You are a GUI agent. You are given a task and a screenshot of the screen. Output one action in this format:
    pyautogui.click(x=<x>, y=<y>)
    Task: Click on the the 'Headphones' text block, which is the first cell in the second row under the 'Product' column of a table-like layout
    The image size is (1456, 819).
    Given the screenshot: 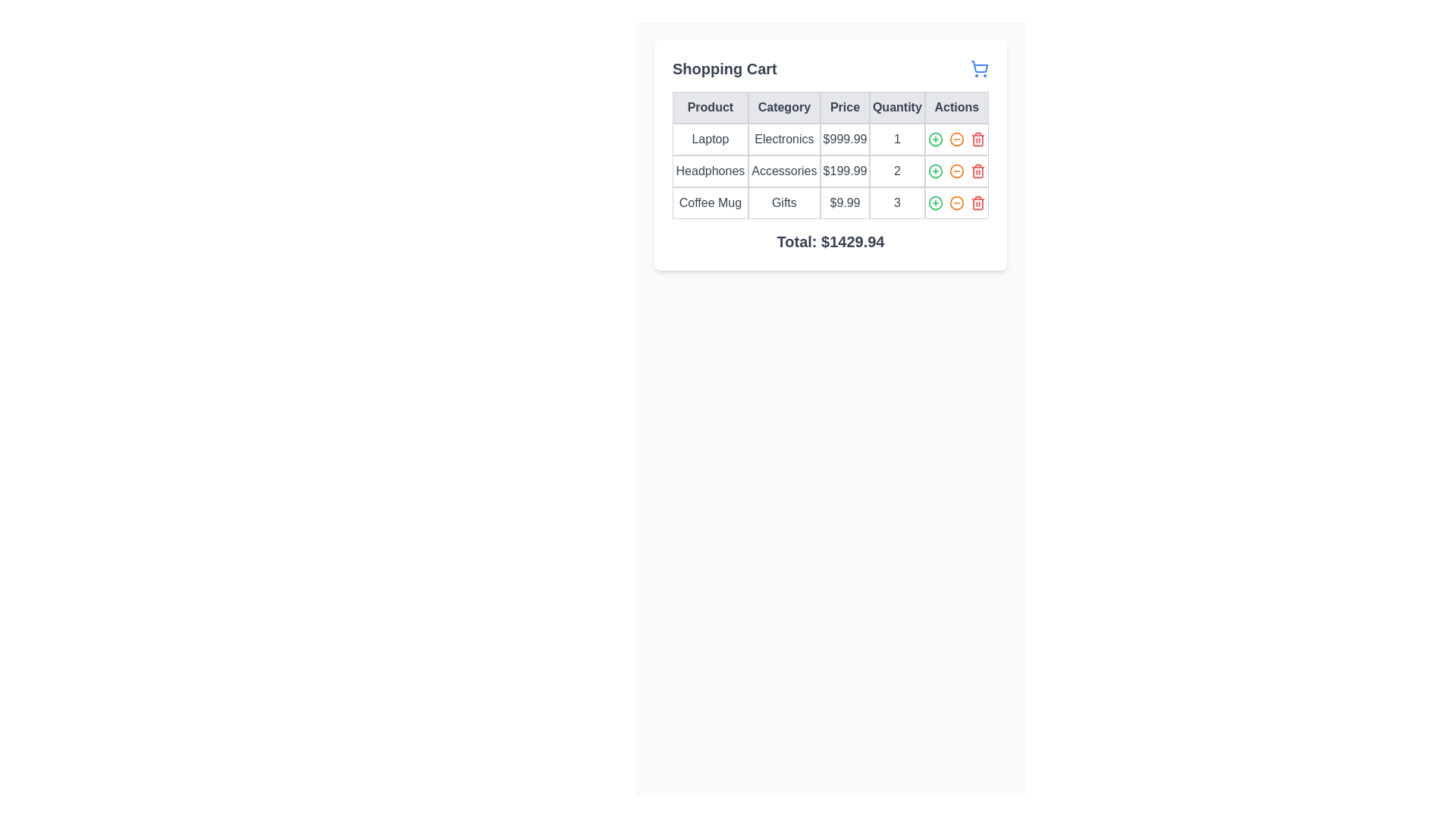 What is the action you would take?
    pyautogui.click(x=709, y=171)
    